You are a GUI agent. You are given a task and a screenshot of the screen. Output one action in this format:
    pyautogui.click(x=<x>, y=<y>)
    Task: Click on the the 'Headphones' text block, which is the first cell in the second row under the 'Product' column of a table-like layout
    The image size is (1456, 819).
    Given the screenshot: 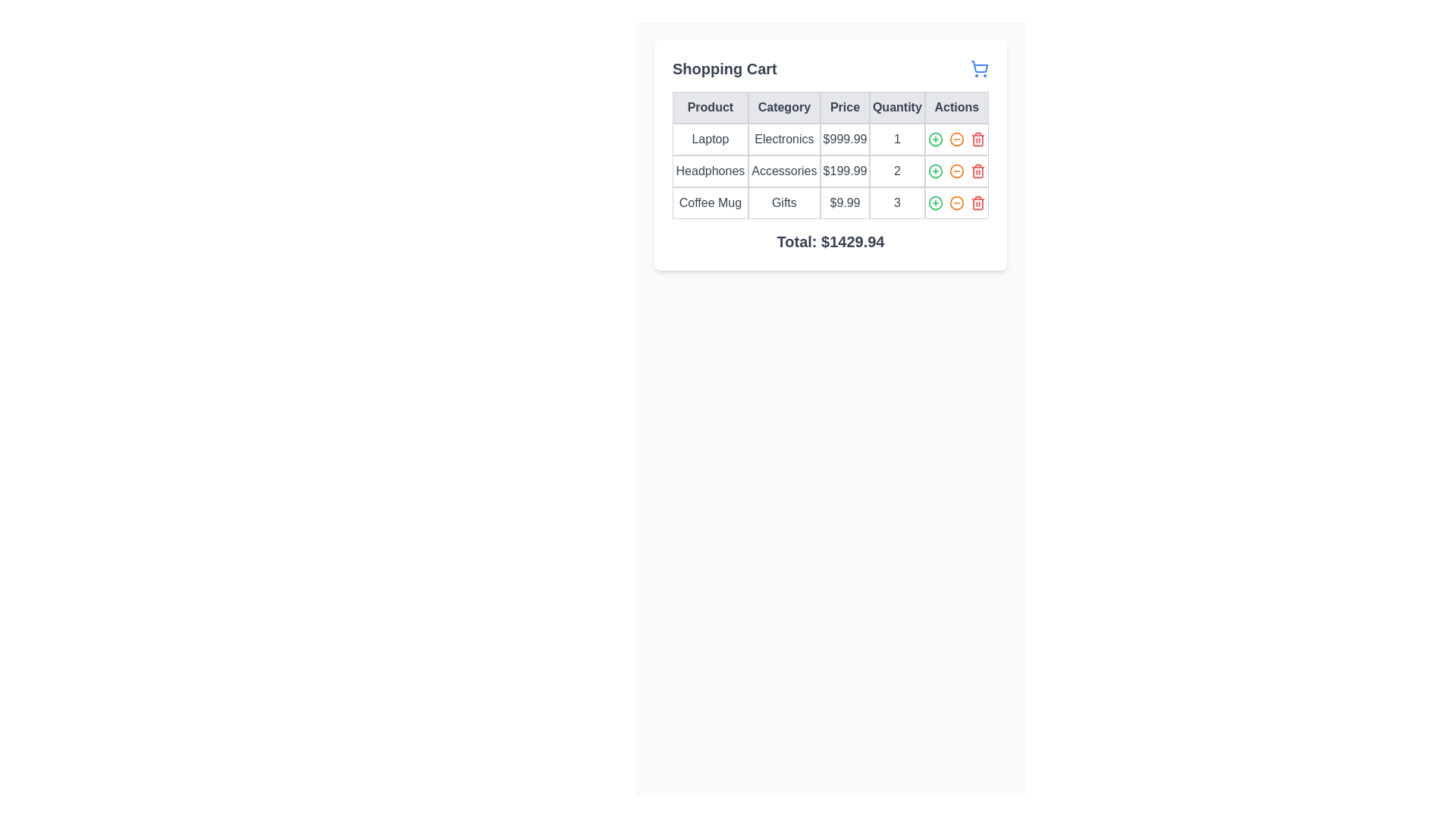 What is the action you would take?
    pyautogui.click(x=709, y=171)
    